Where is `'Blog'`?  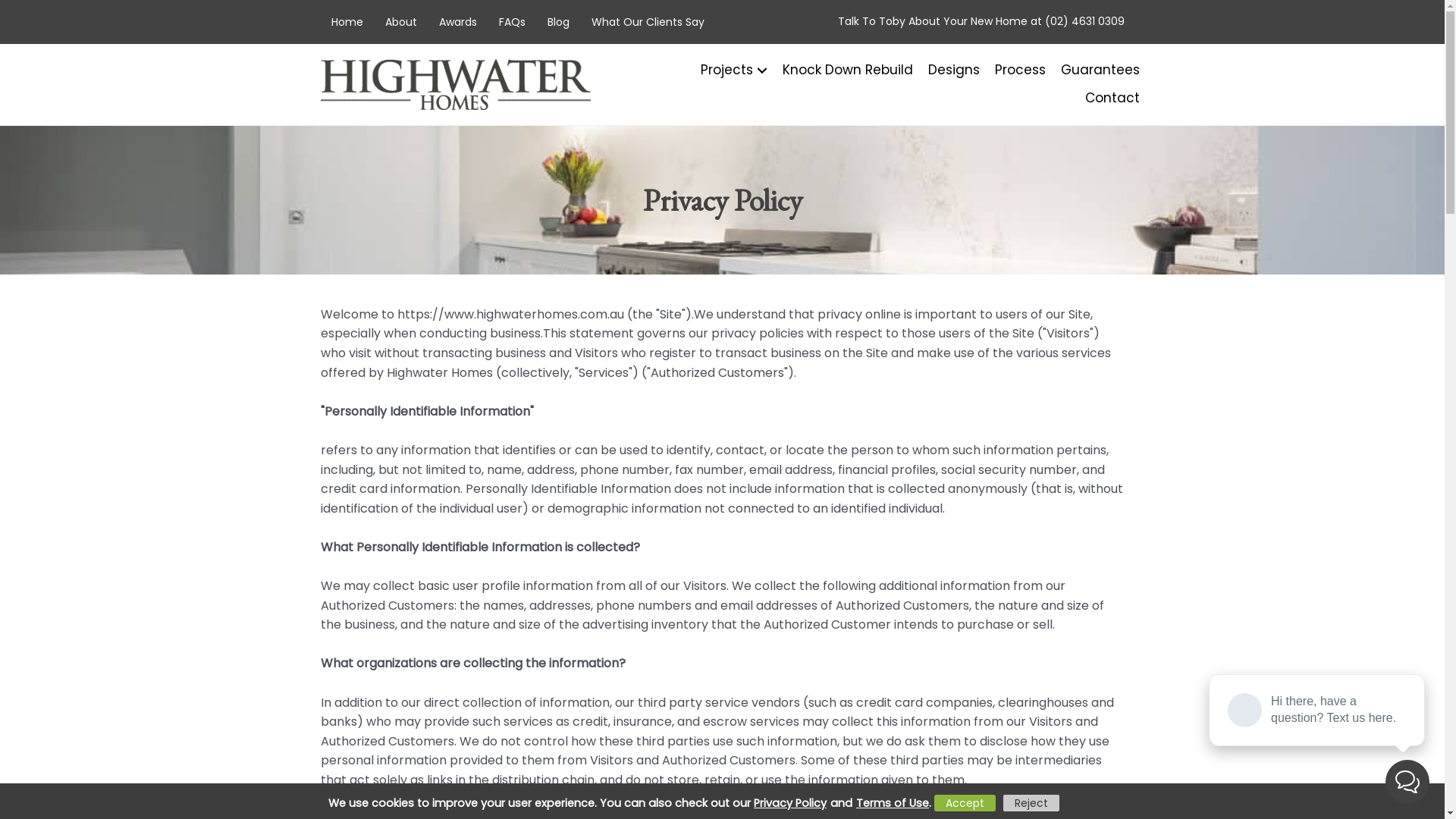 'Blog' is located at coordinates (557, 22).